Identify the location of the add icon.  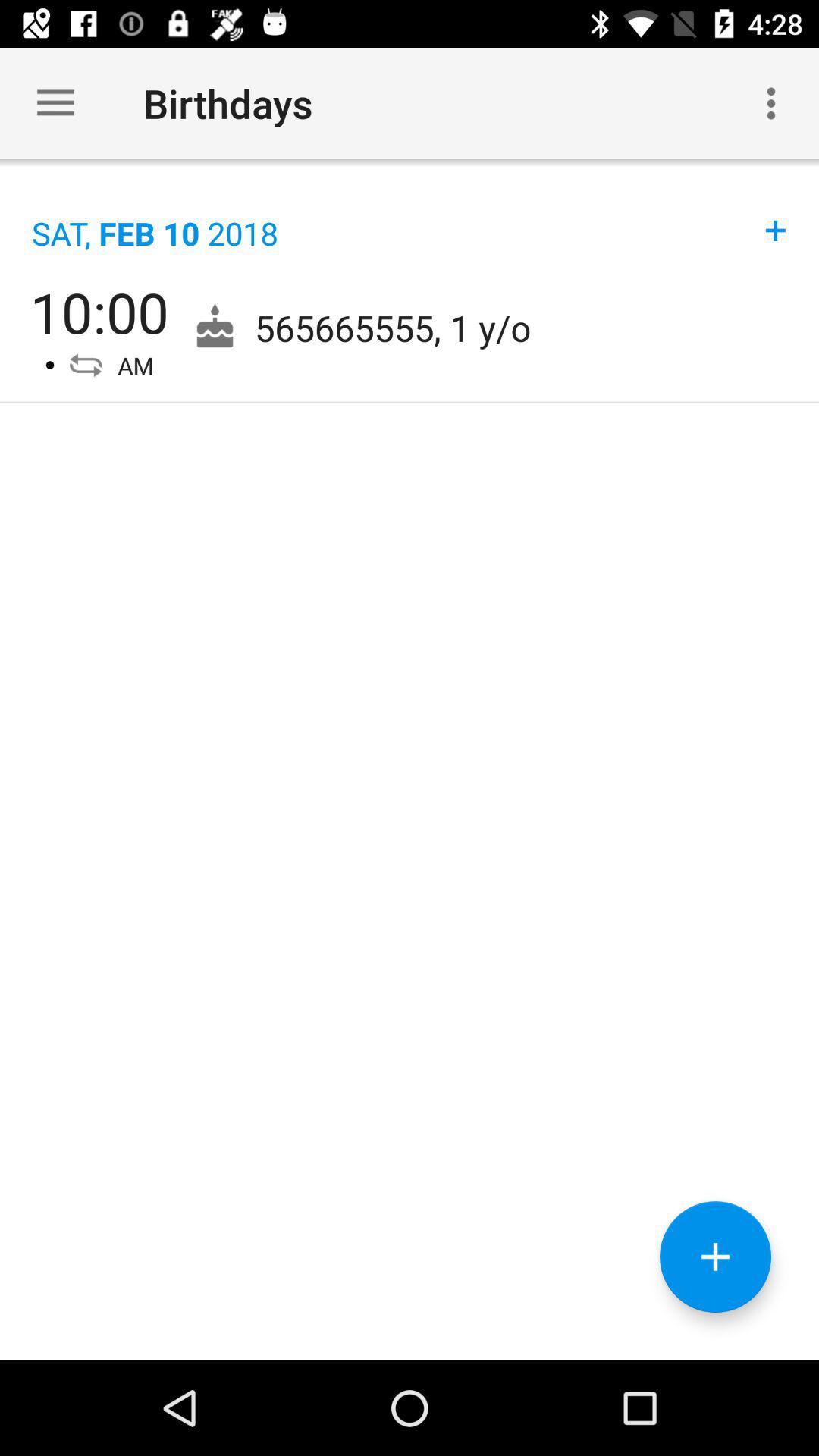
(715, 1257).